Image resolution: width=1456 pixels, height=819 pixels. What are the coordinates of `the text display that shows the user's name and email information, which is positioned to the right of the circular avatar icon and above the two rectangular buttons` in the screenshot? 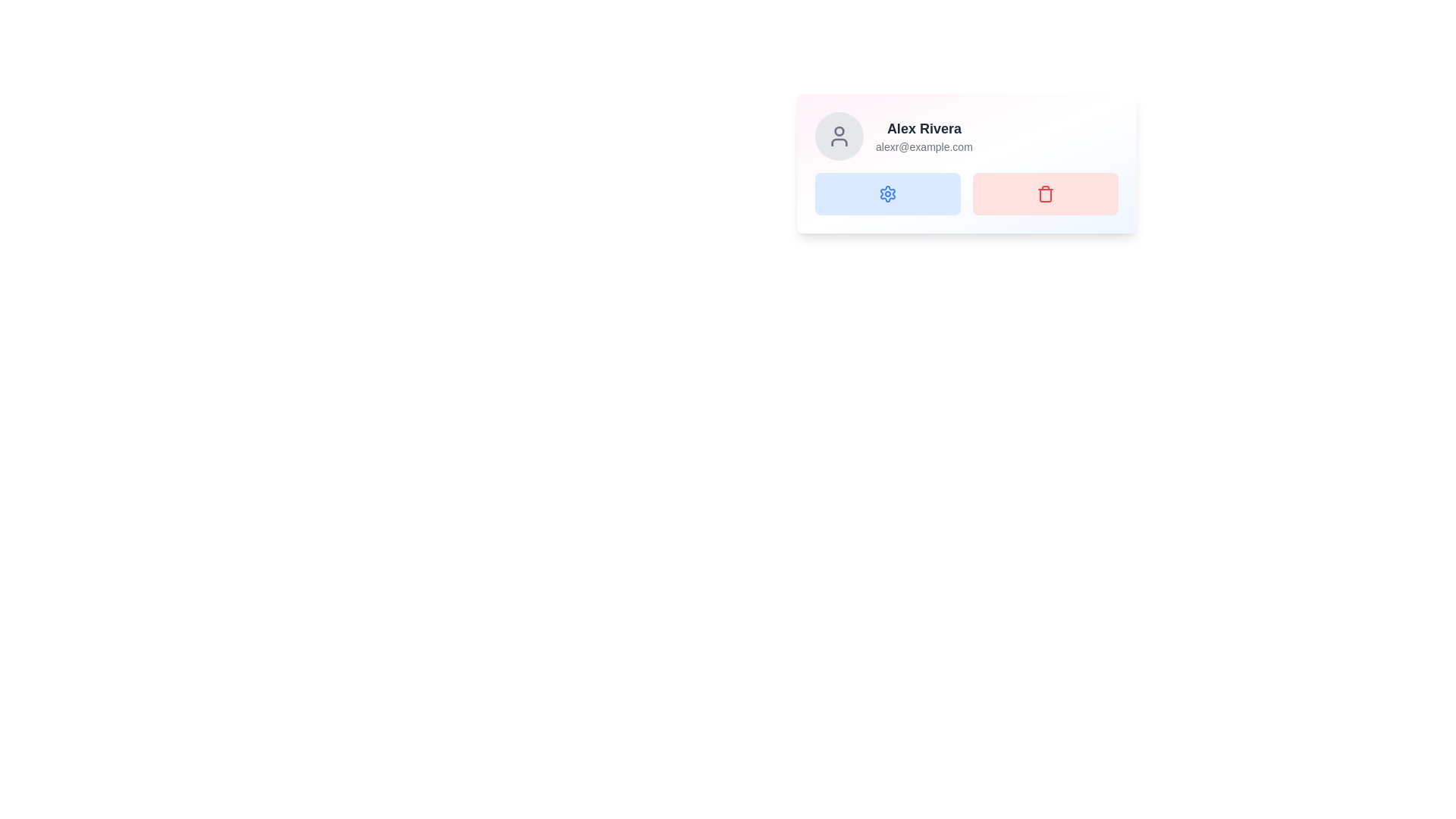 It's located at (923, 136).